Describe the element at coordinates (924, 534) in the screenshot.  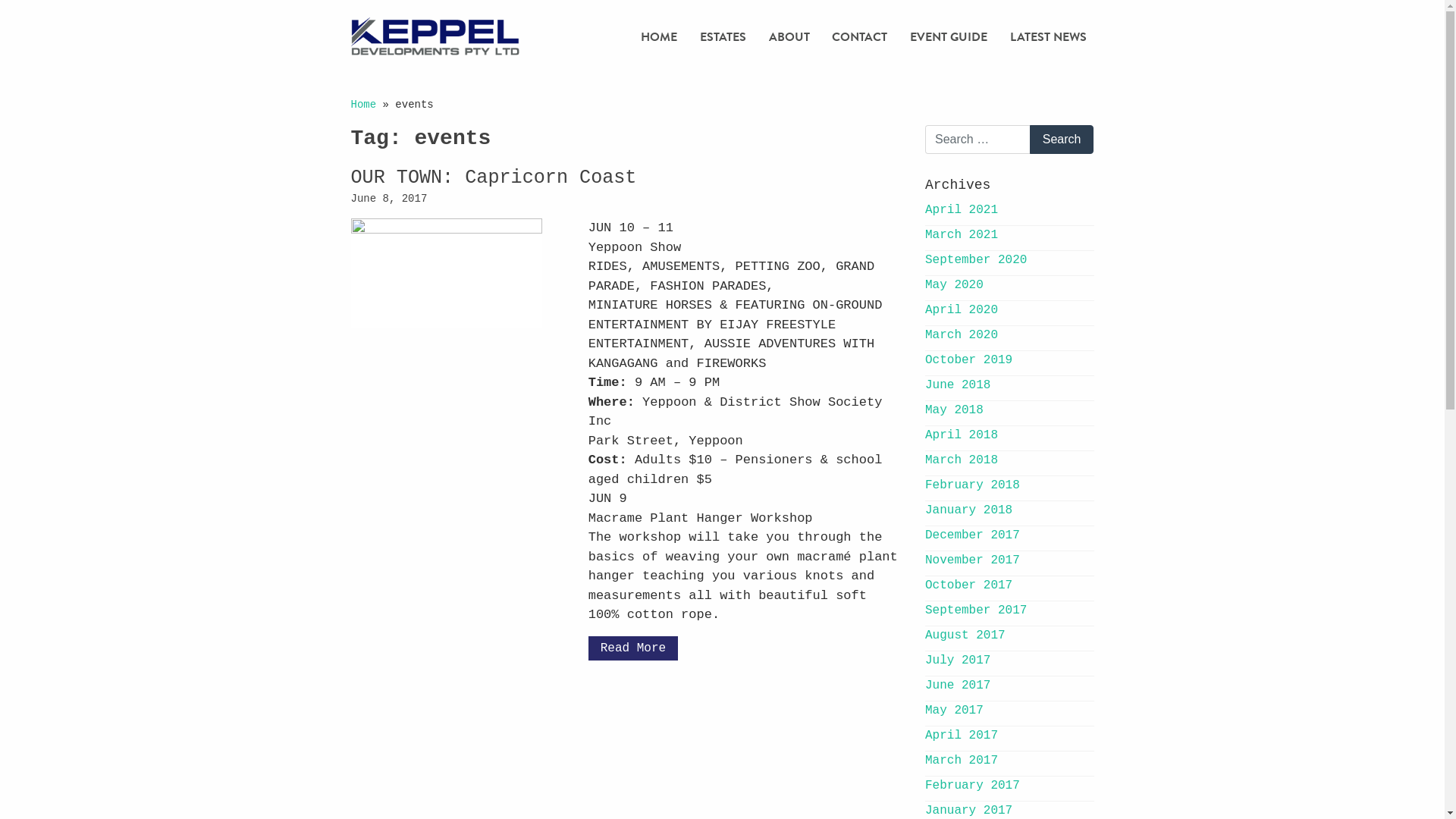
I see `'December 2017'` at that location.